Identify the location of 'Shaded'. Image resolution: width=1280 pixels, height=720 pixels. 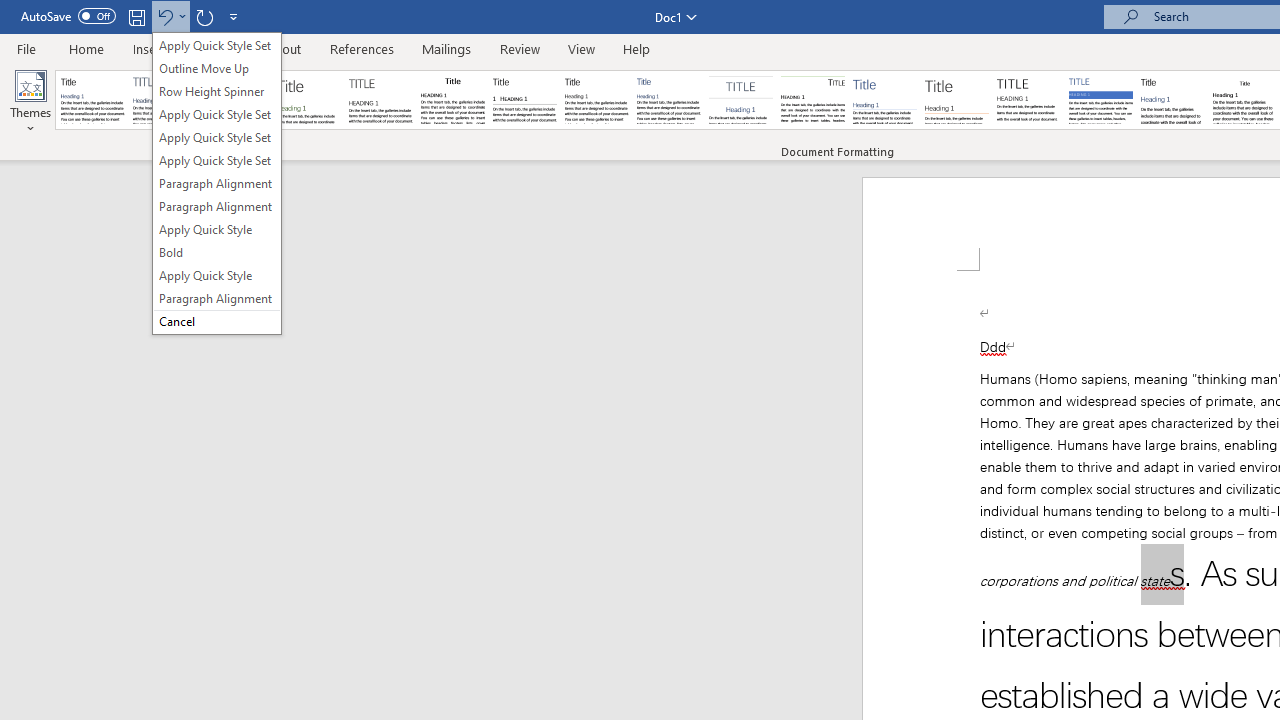
(1099, 100).